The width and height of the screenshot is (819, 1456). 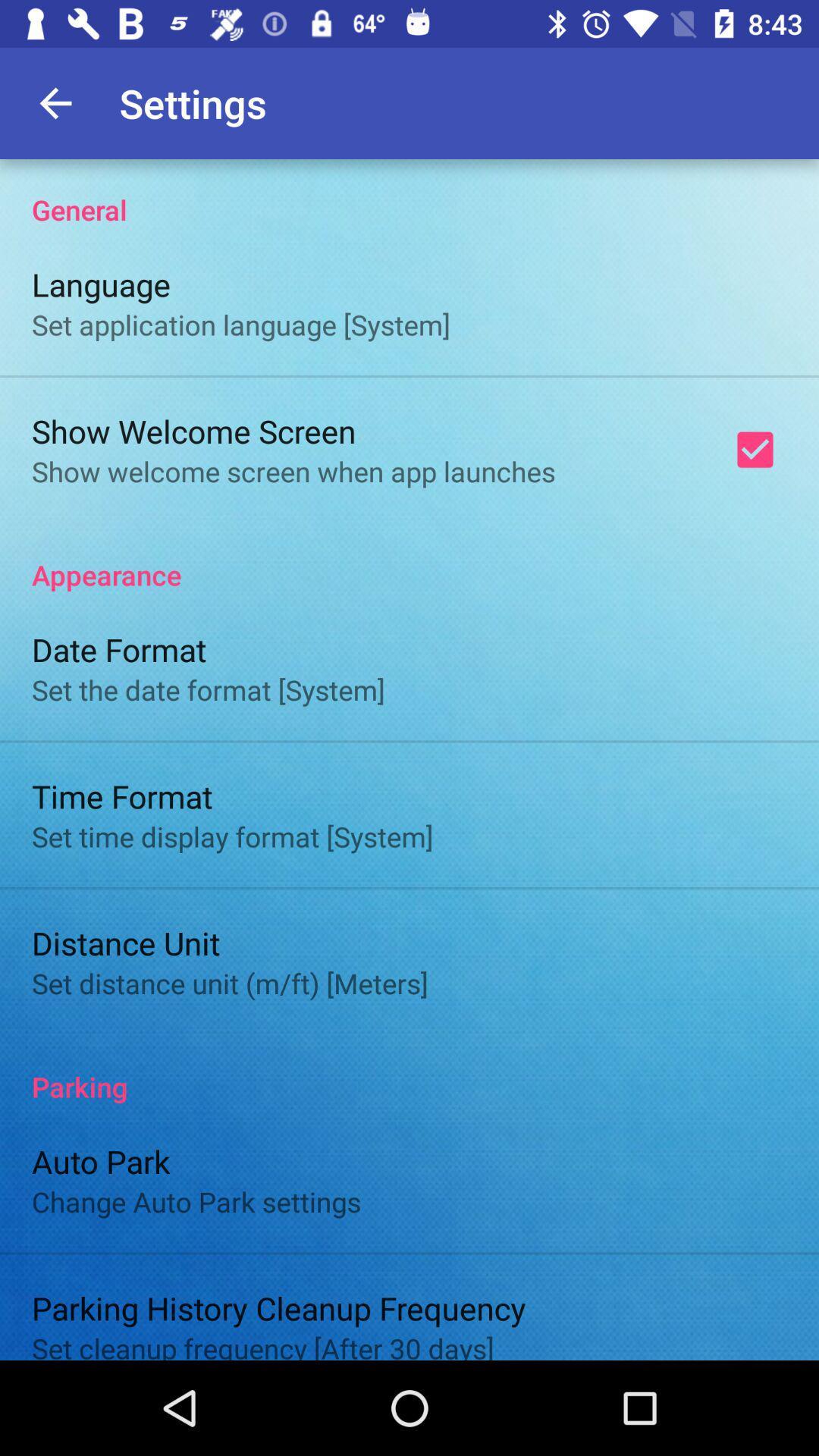 I want to click on the item next to the show welcome screen icon, so click(x=755, y=449).